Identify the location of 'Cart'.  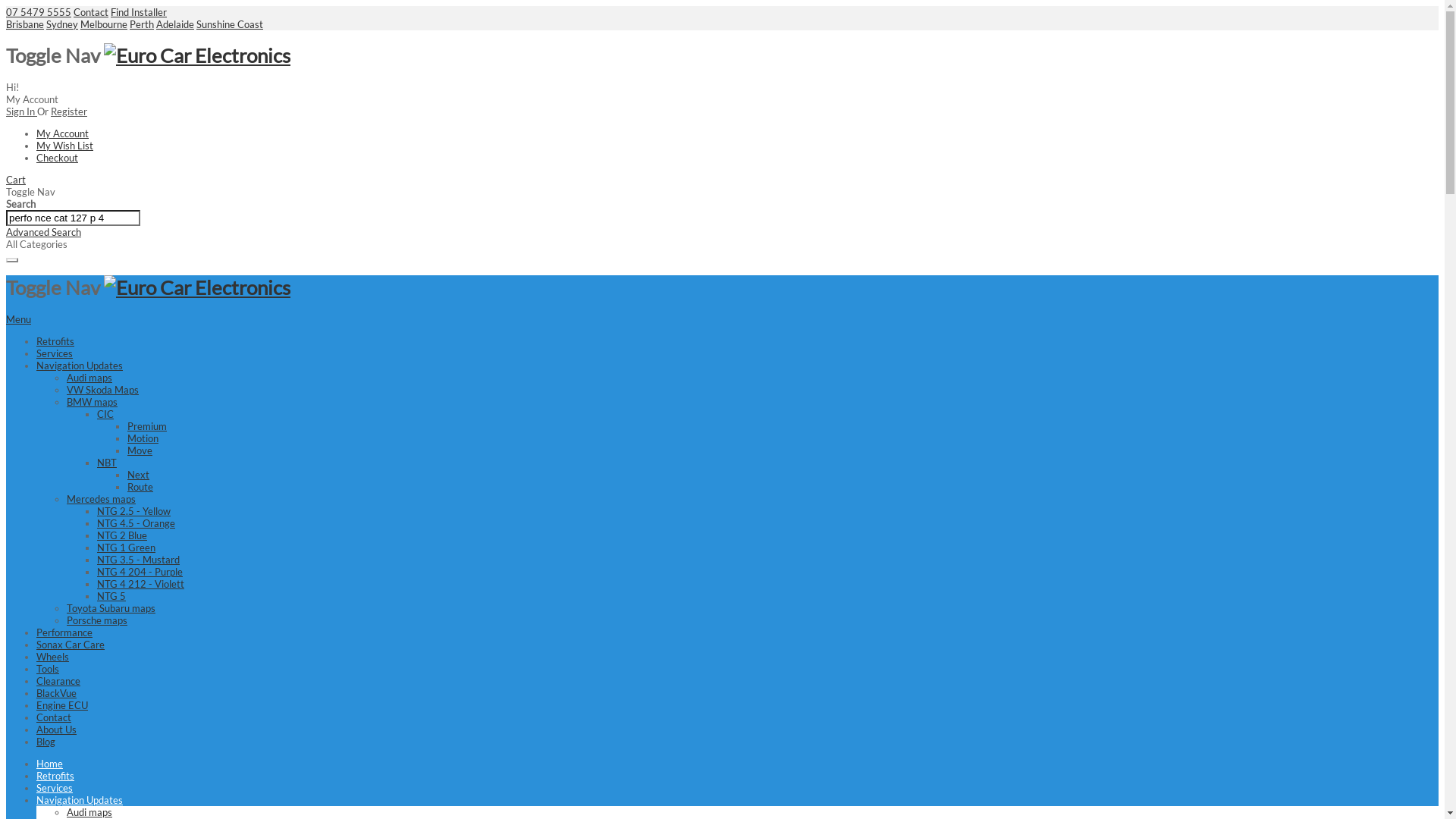
(15, 178).